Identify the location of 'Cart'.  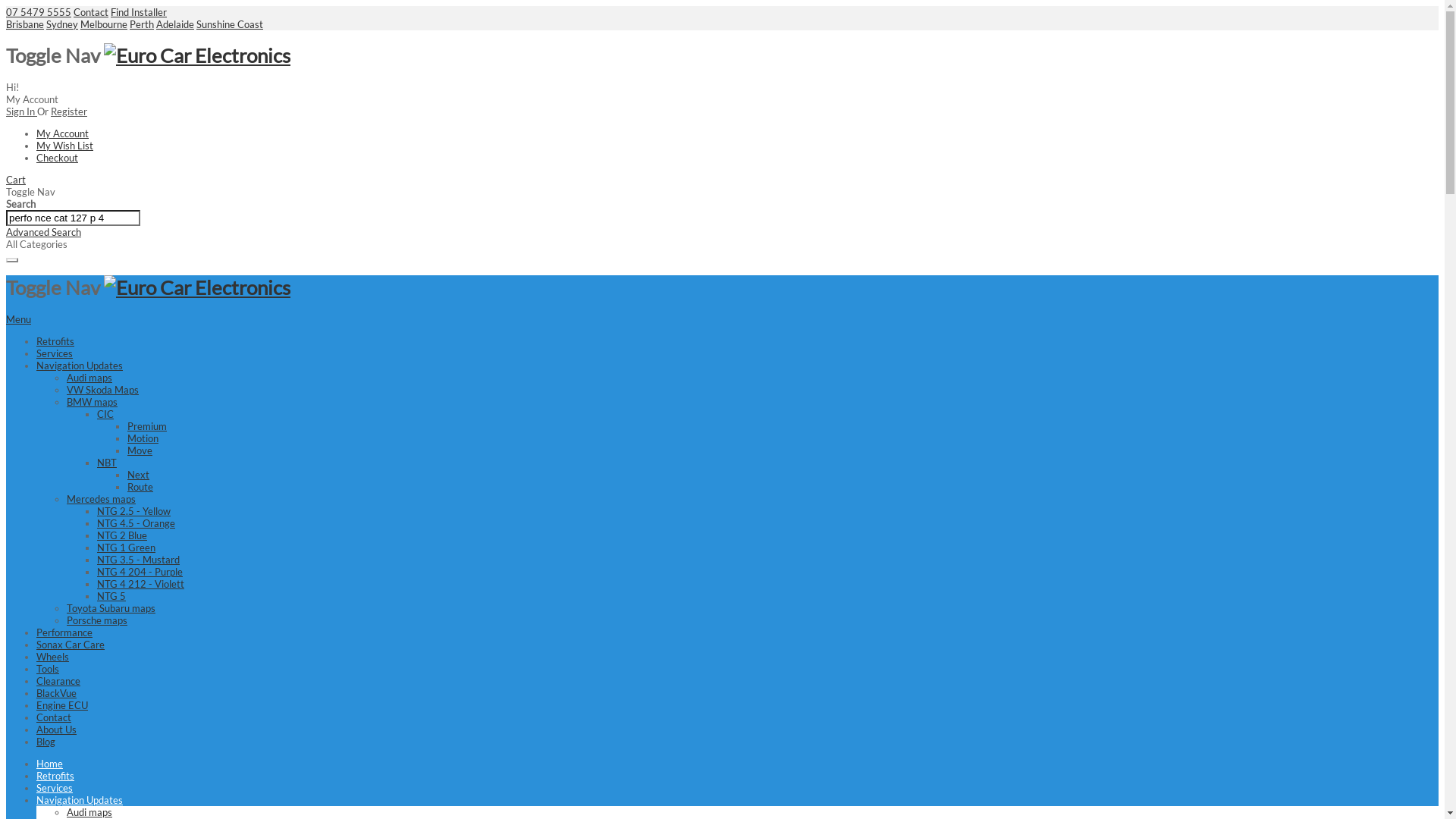
(15, 178).